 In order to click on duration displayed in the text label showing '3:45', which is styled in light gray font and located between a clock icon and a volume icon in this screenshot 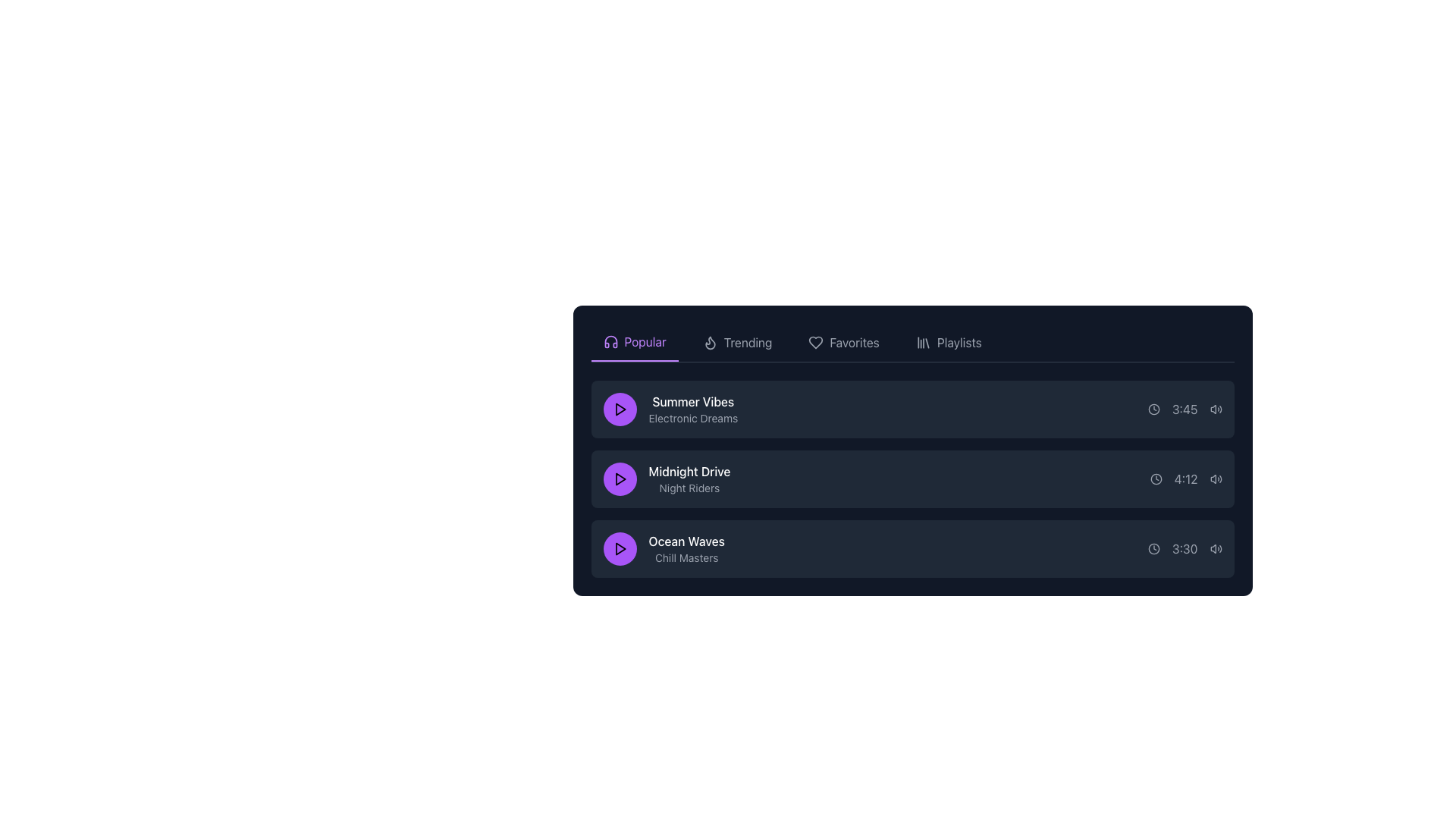, I will do `click(1184, 409)`.